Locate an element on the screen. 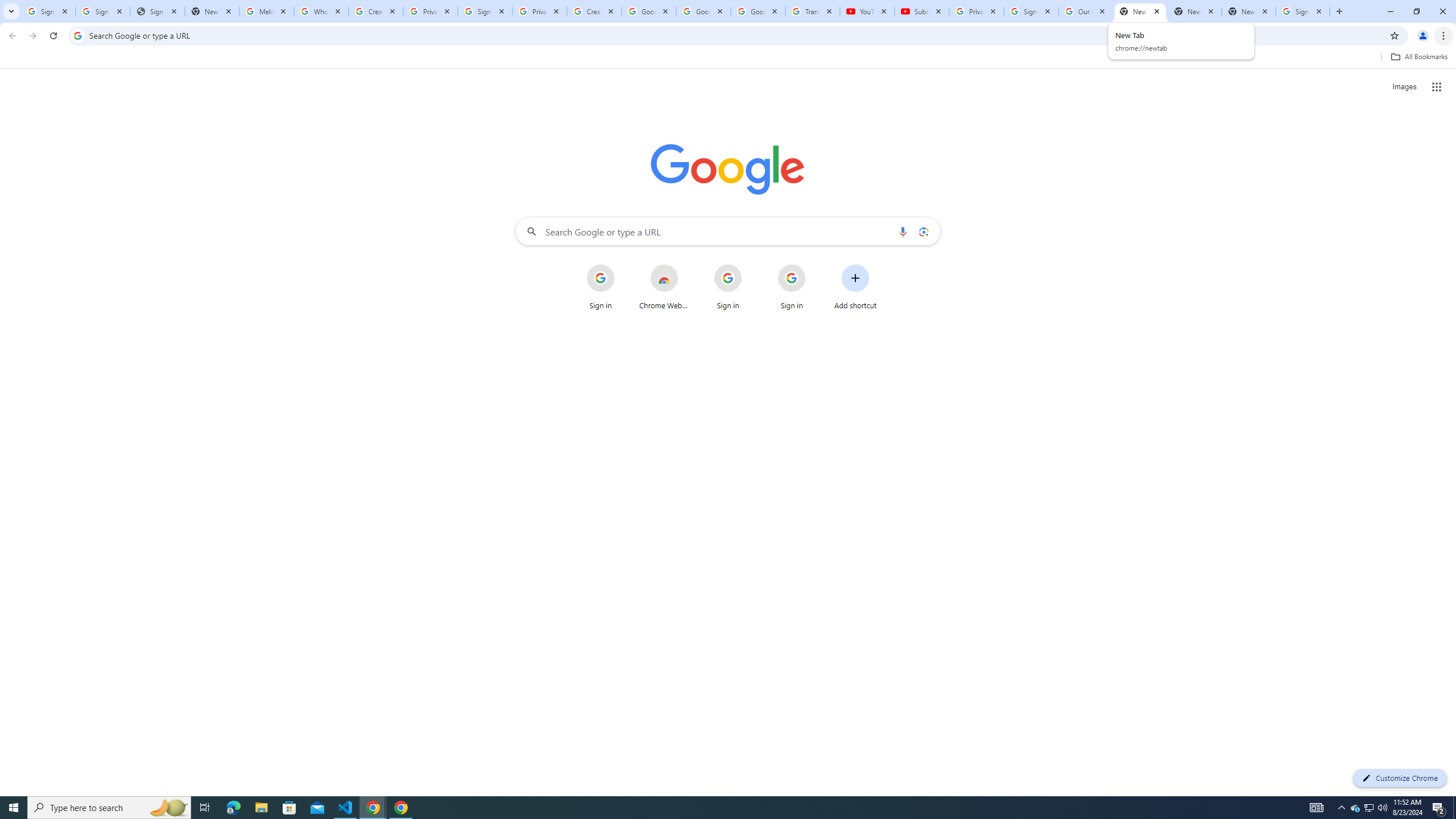  'Who is my administrator? - Google Account Help' is located at coordinates (320, 11).